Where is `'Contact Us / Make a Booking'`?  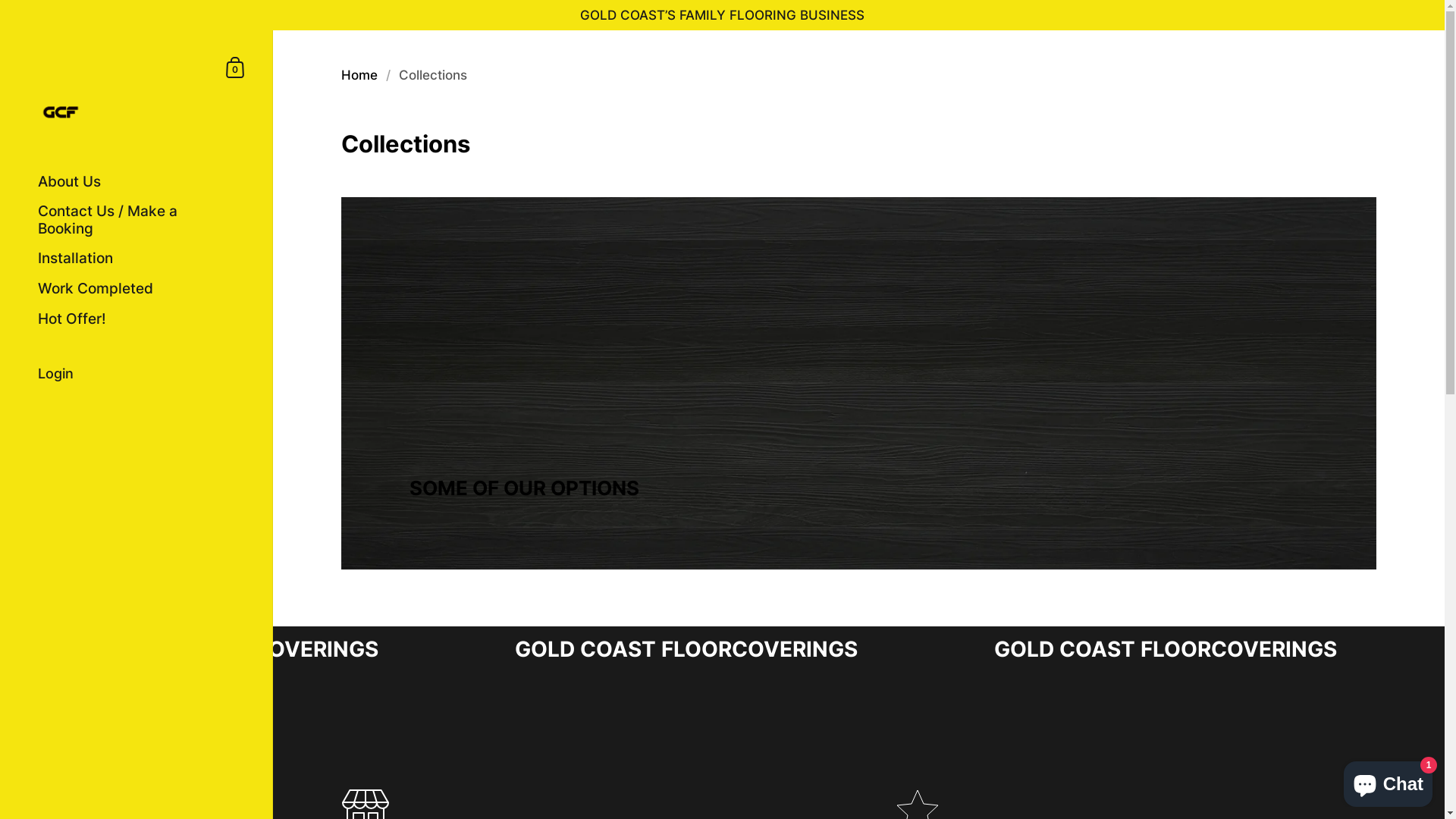 'Contact Us / Make a Booking' is located at coordinates (136, 220).